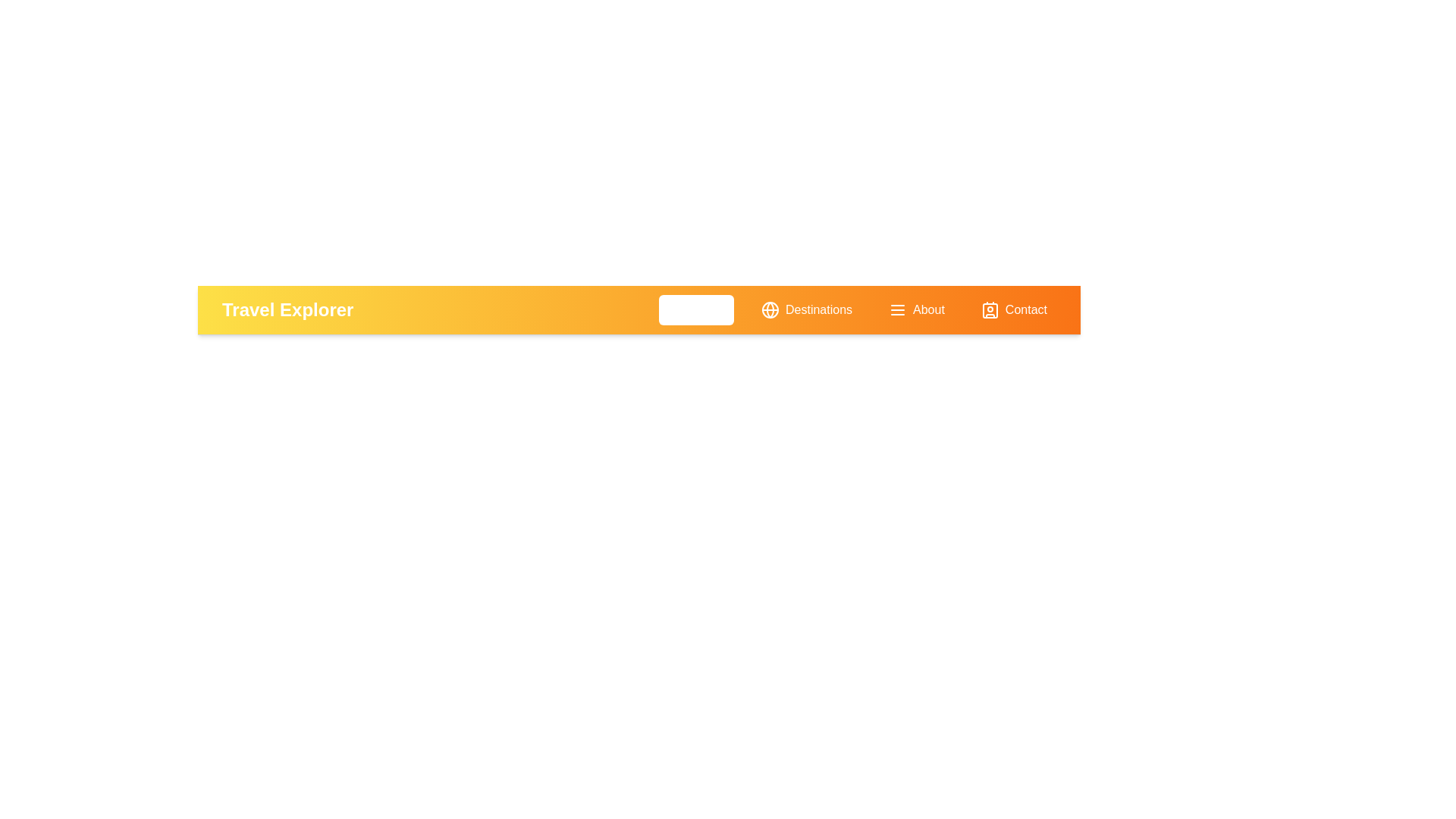  What do you see at coordinates (770, 309) in the screenshot?
I see `the decorative curved line within the globe-like icon located to the left of the 'Destinations' text in the top navigation bar` at bounding box center [770, 309].